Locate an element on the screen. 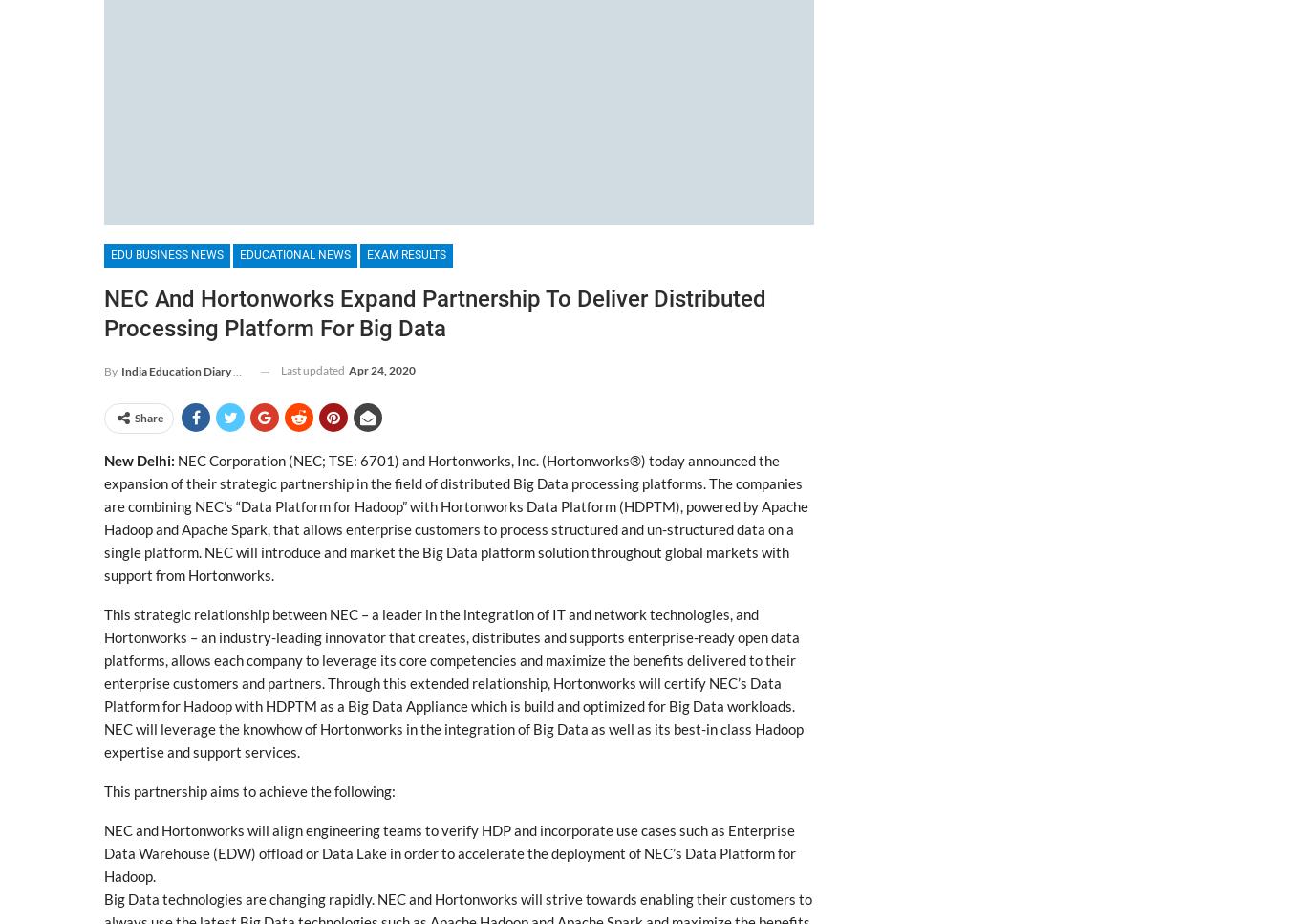 The height and width of the screenshot is (924, 1290). 'By' is located at coordinates (112, 371).